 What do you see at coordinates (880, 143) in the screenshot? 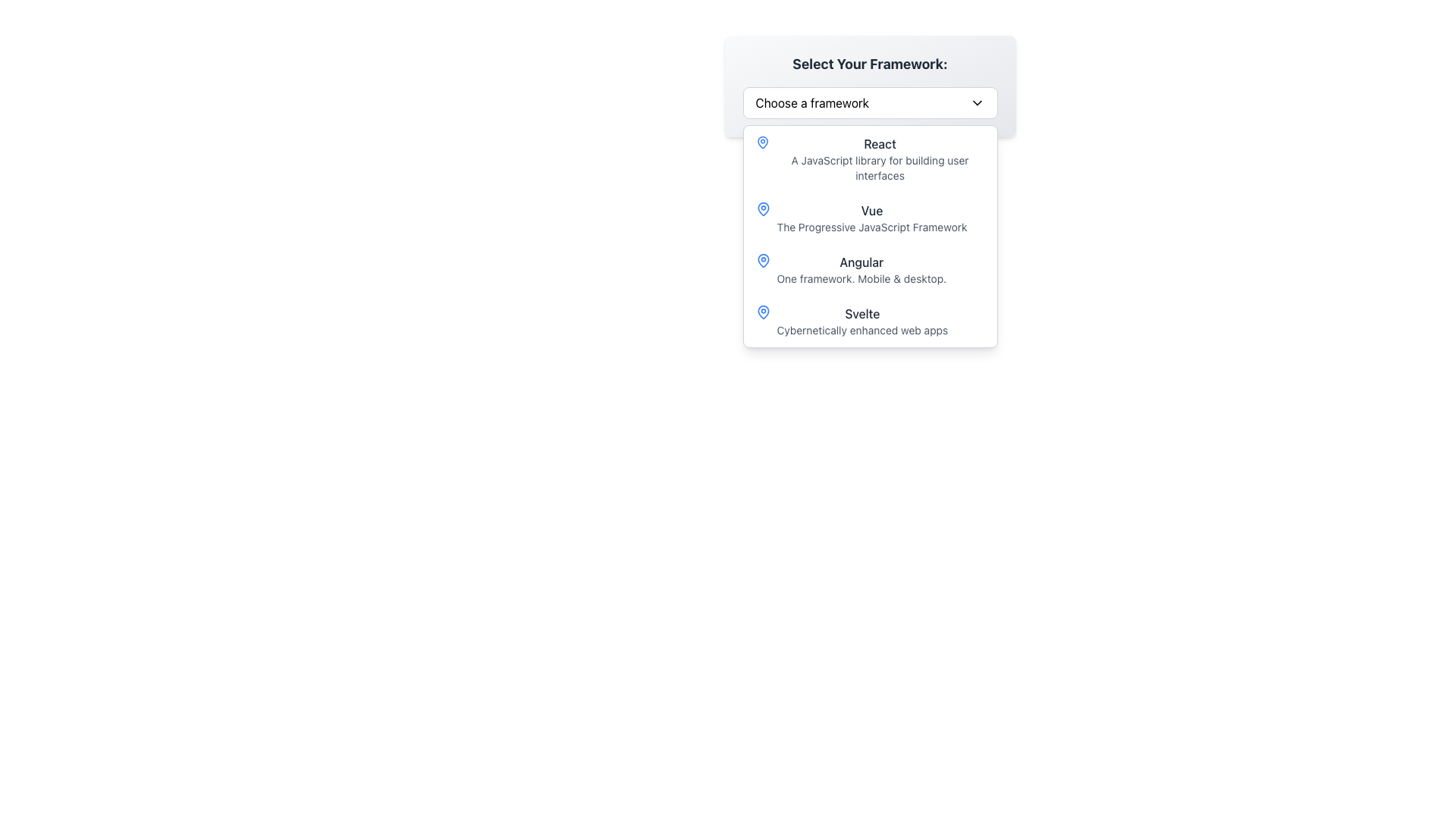
I see `the 'React' label in the dropdown menu titled 'Select Your Framework', which displays the word 'React' in a medium-weight font and dark gray color` at bounding box center [880, 143].